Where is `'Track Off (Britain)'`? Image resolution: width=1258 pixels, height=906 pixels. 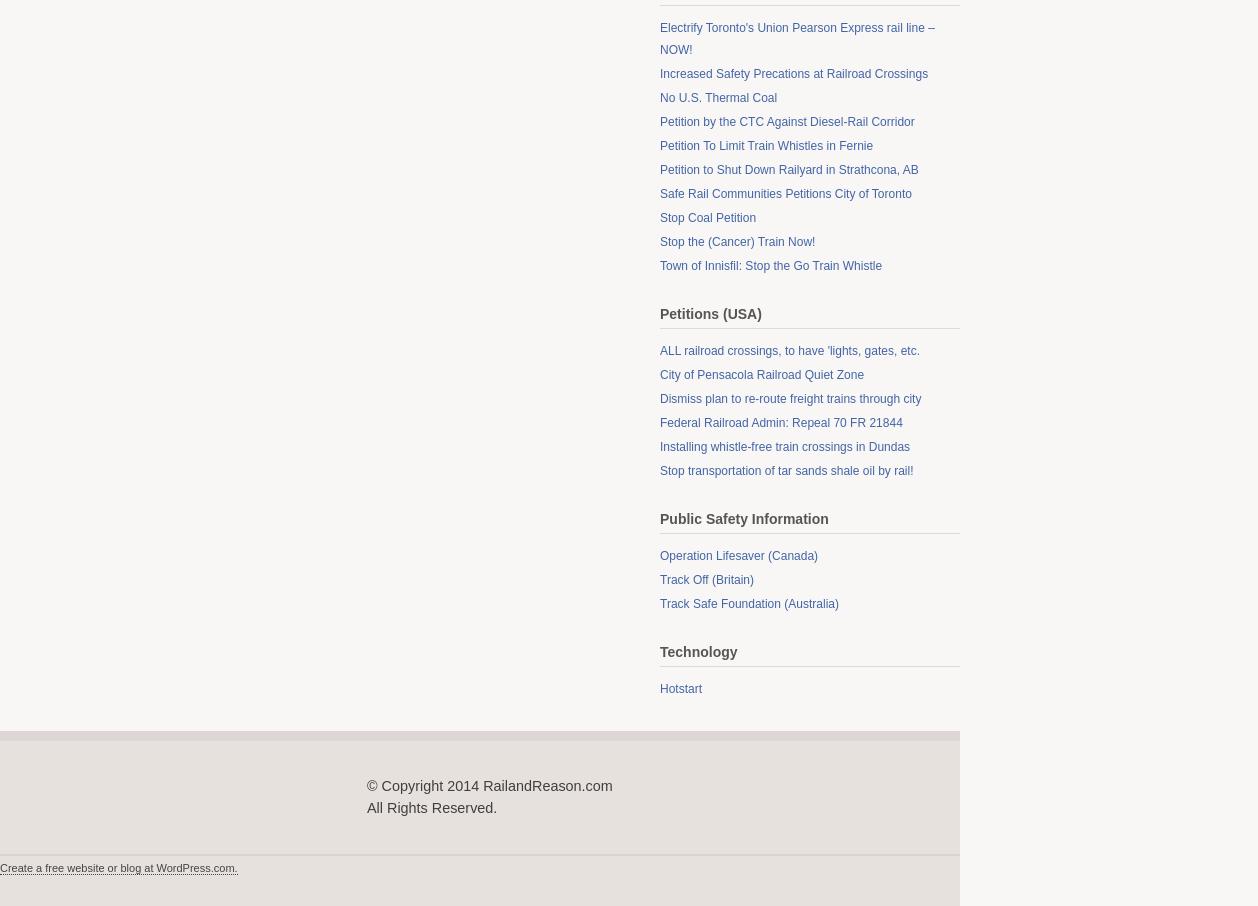 'Track Off (Britain)' is located at coordinates (659, 579).